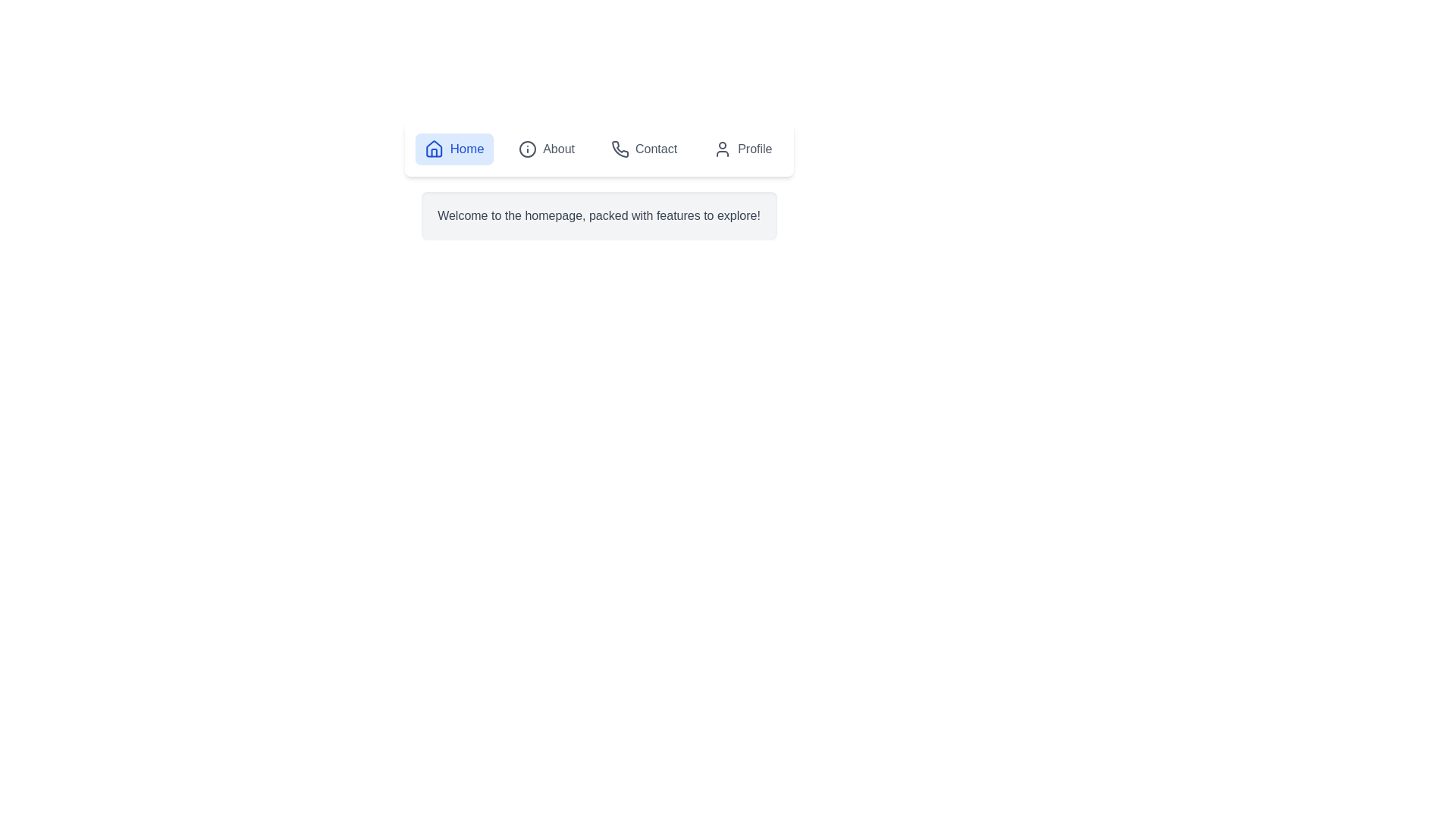 The height and width of the screenshot is (819, 1456). I want to click on the Profile tab by clicking its button, so click(742, 149).